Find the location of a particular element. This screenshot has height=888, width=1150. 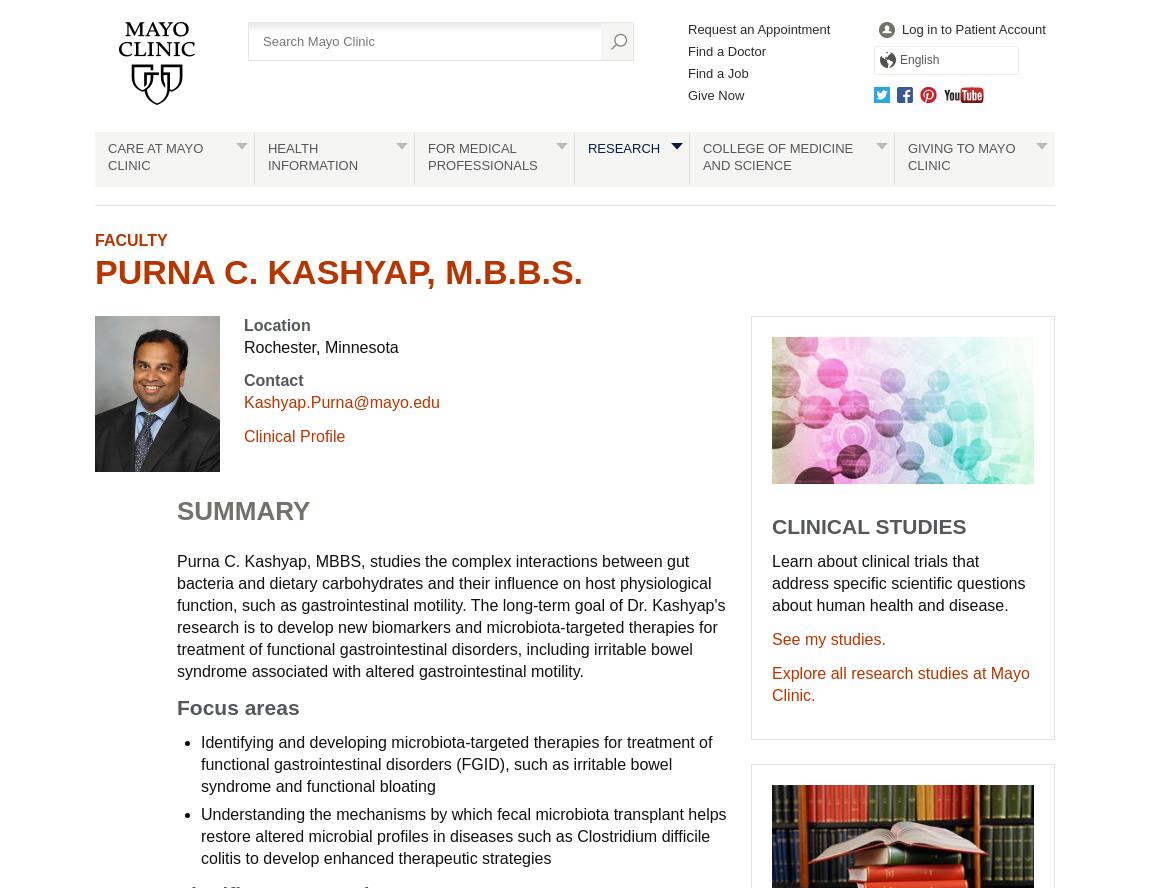

'Giving to Mayo Clinic' is located at coordinates (961, 156).